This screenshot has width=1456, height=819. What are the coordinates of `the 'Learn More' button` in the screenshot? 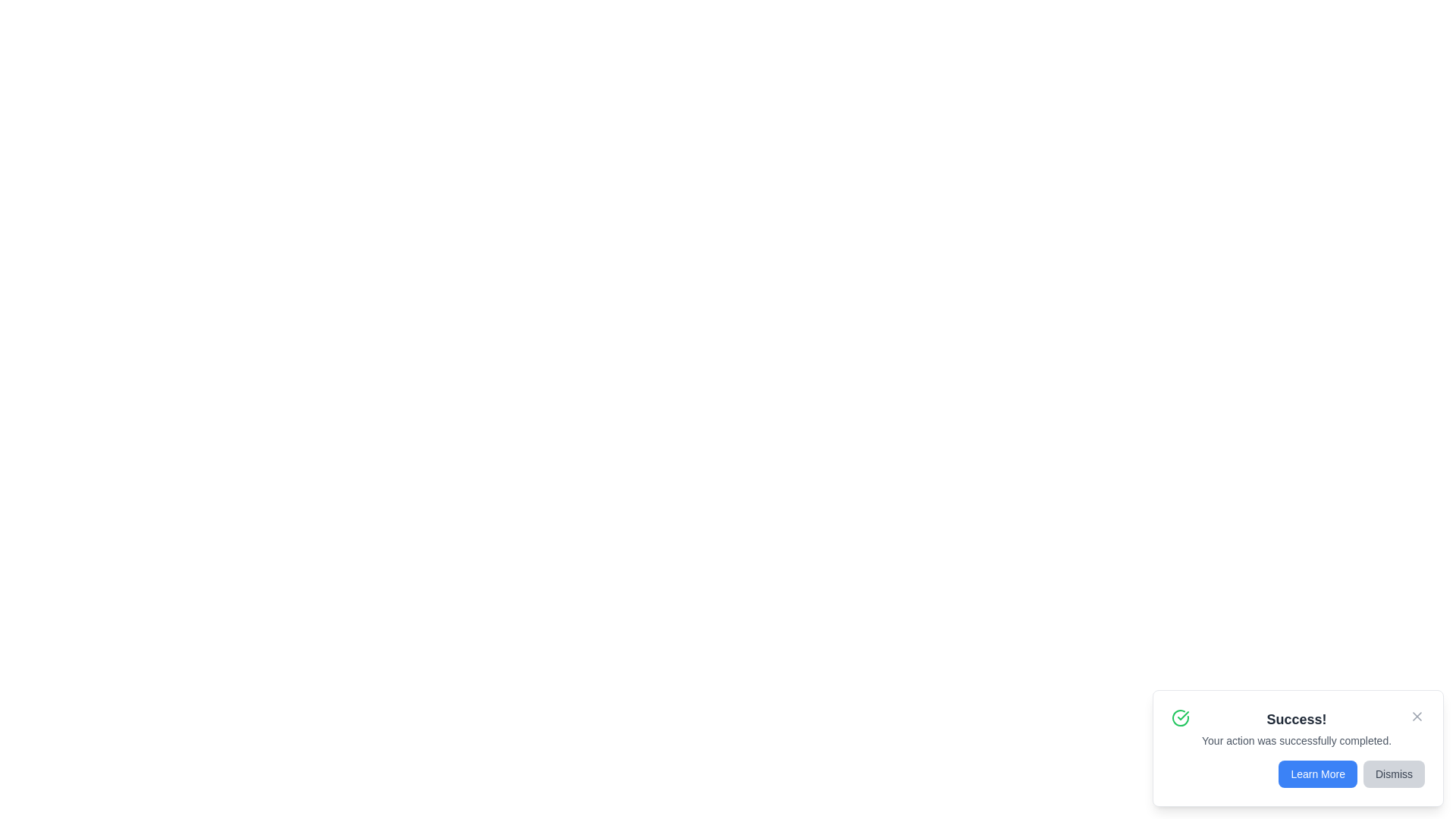 It's located at (1316, 774).